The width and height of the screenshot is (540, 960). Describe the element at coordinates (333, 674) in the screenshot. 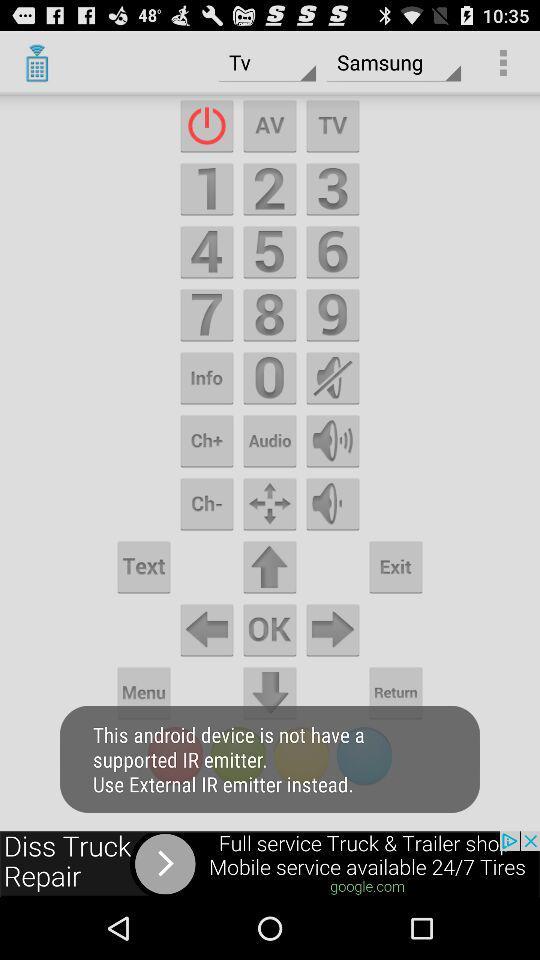

I see `the arrow_forward icon` at that location.